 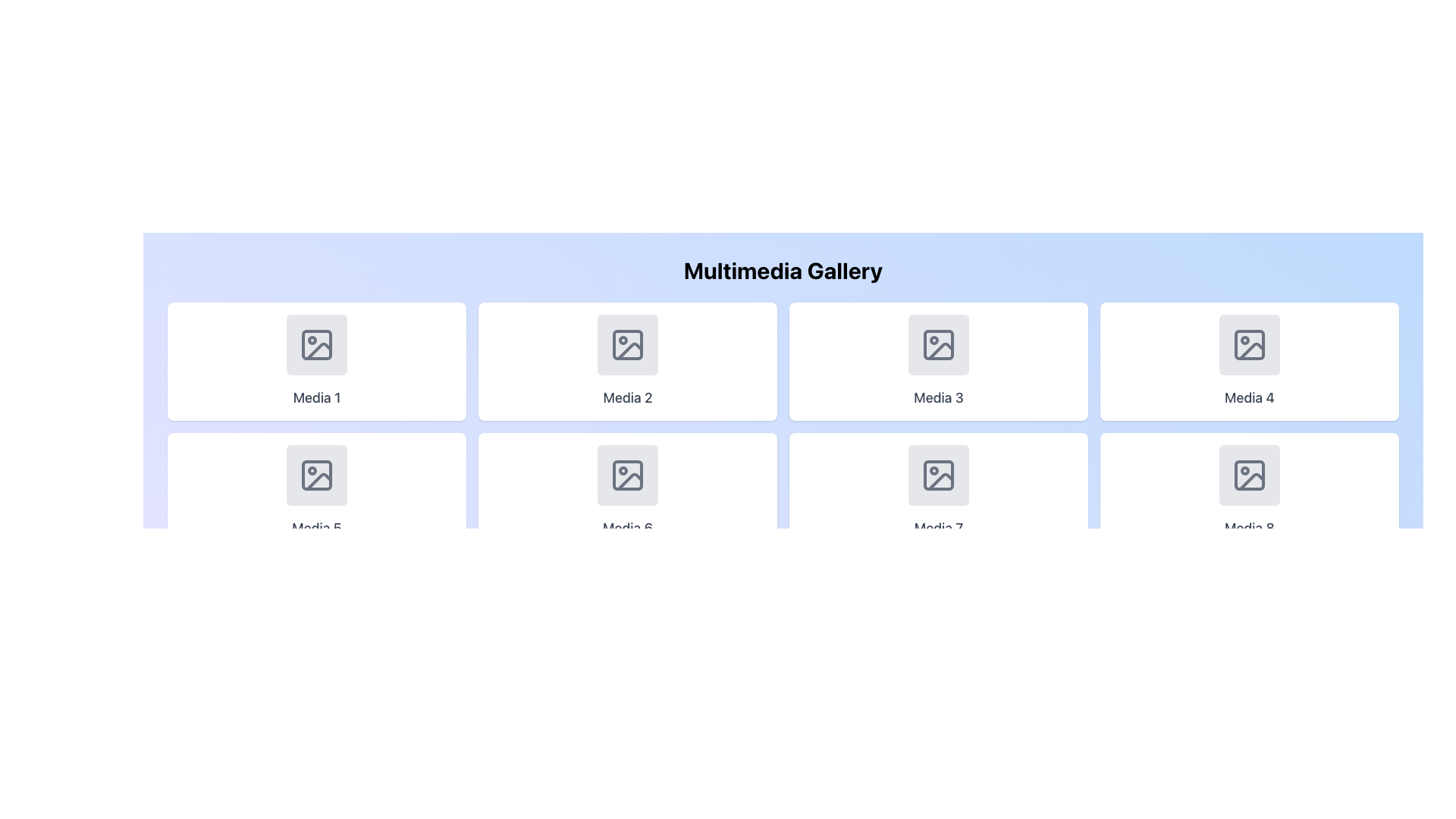 What do you see at coordinates (938, 362) in the screenshot?
I see `the third card in the 'Multimedia Gallery' grid` at bounding box center [938, 362].